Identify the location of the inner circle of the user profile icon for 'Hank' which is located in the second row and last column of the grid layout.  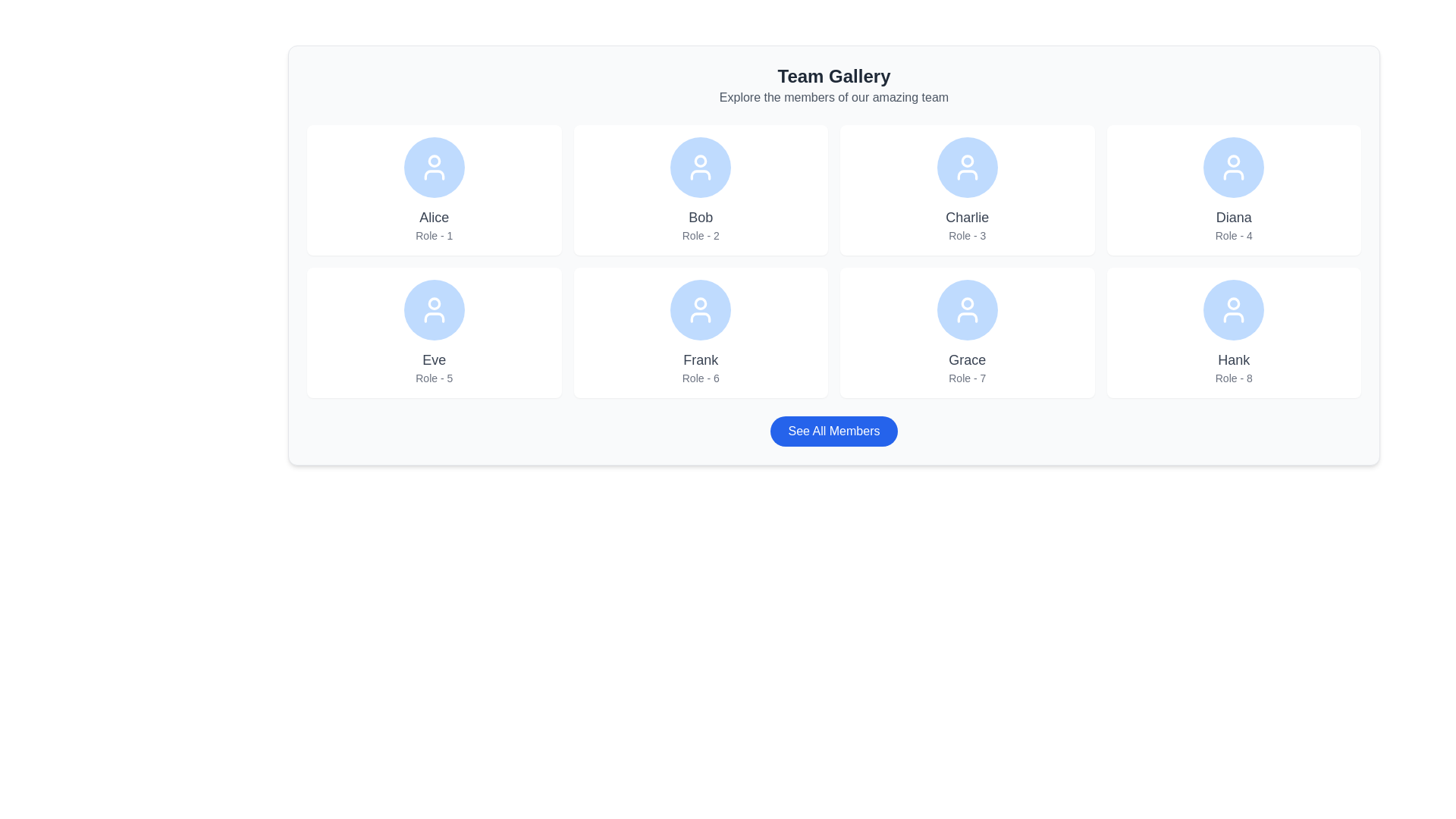
(1234, 303).